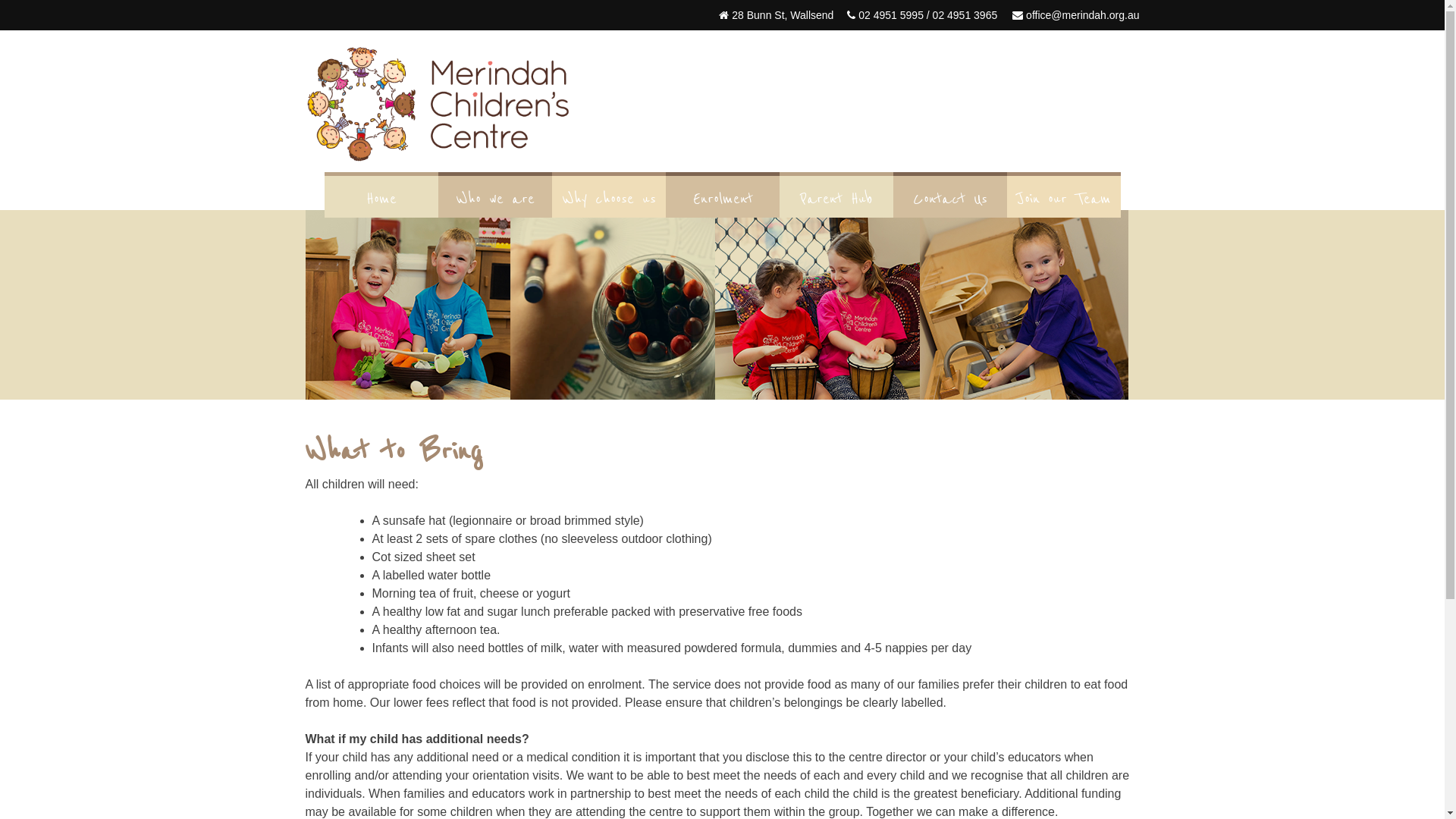 This screenshot has width=1456, height=819. Describe the element at coordinates (323, 198) in the screenshot. I see `'Home'` at that location.